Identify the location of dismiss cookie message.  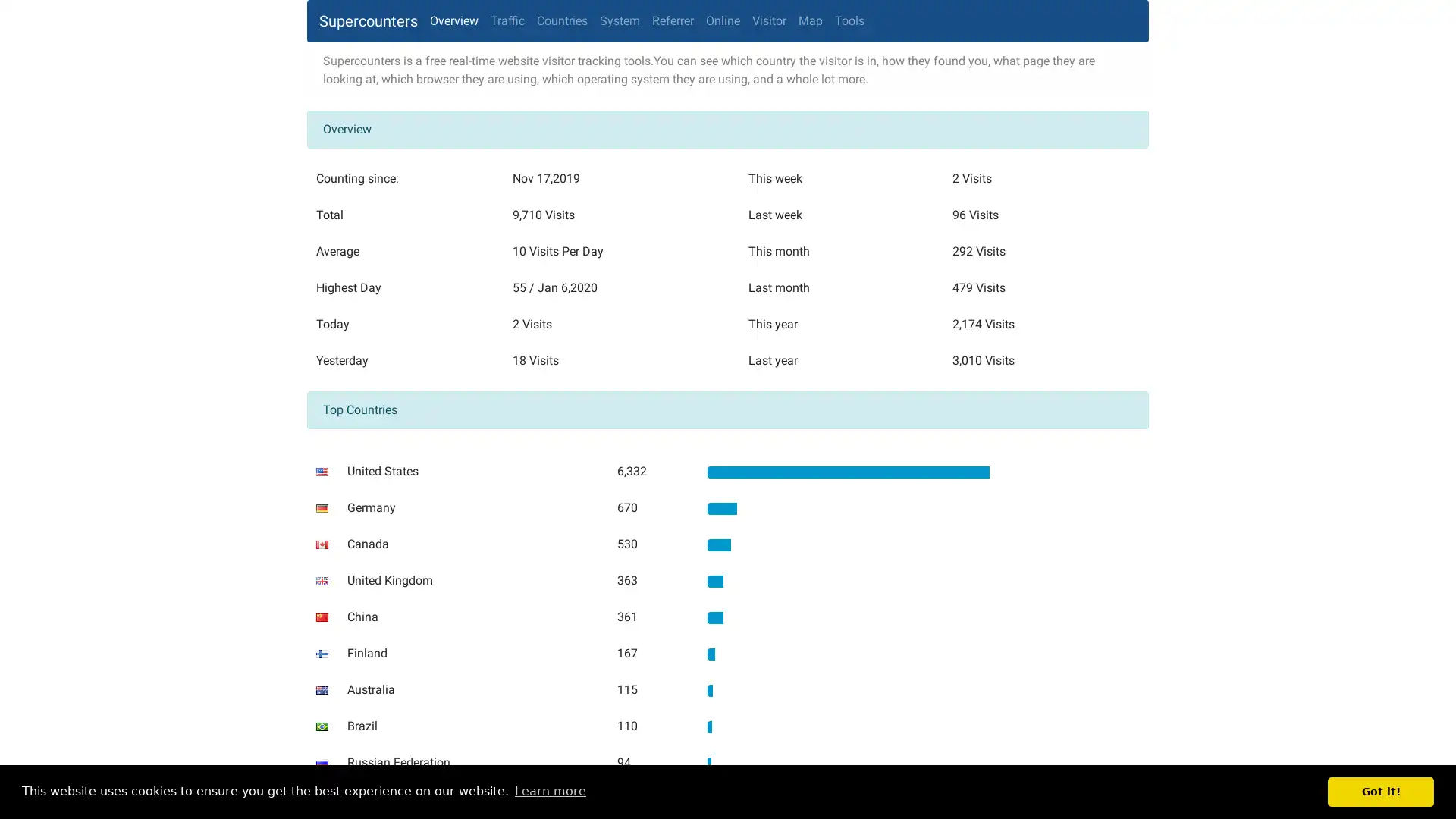
(1380, 791).